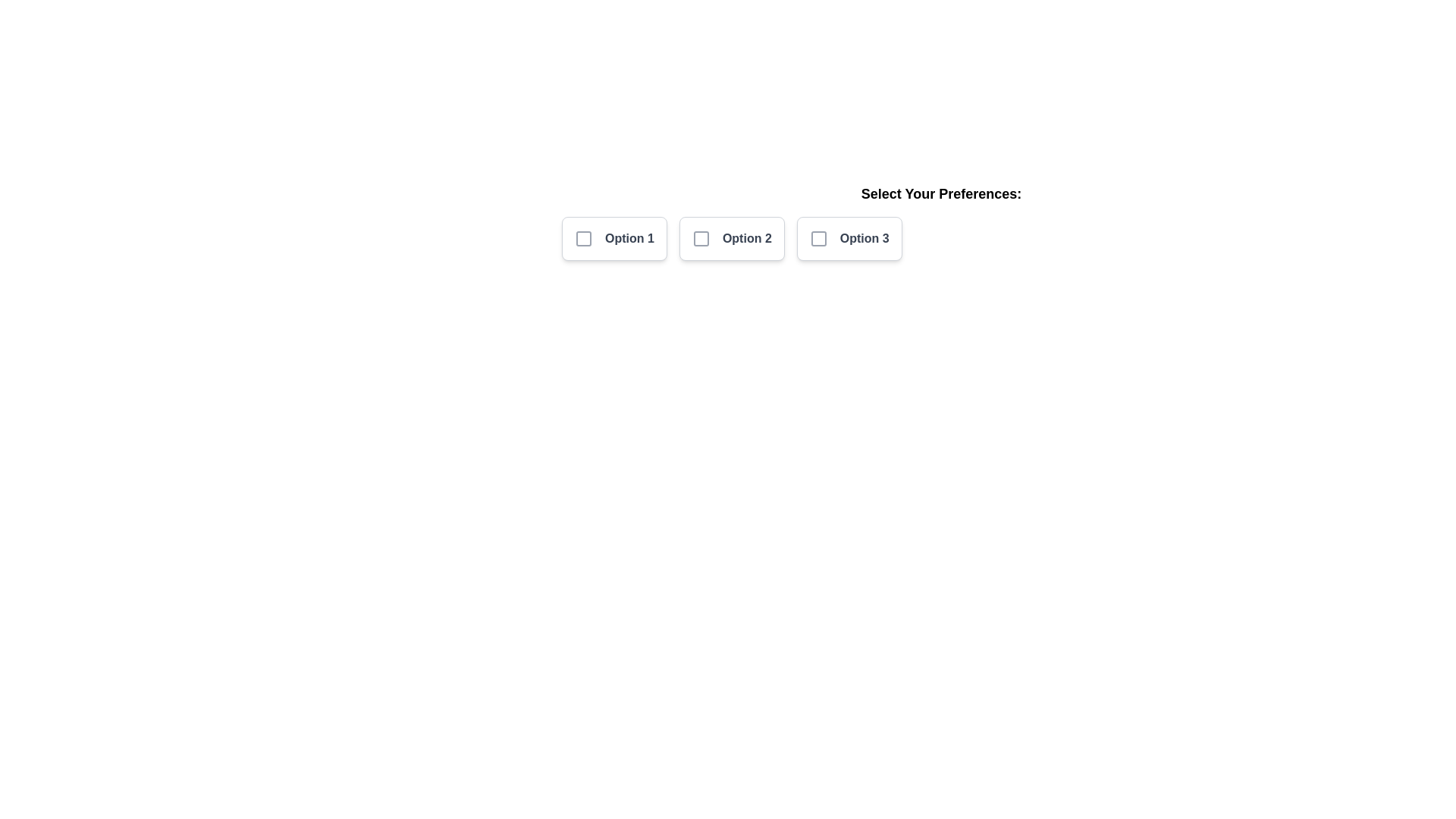 The height and width of the screenshot is (819, 1456). Describe the element at coordinates (629, 239) in the screenshot. I see `the text element styled as 'font-semibold' with gray color that displays 'Option 1', located within the first option box of a horizontally aligned group` at that location.